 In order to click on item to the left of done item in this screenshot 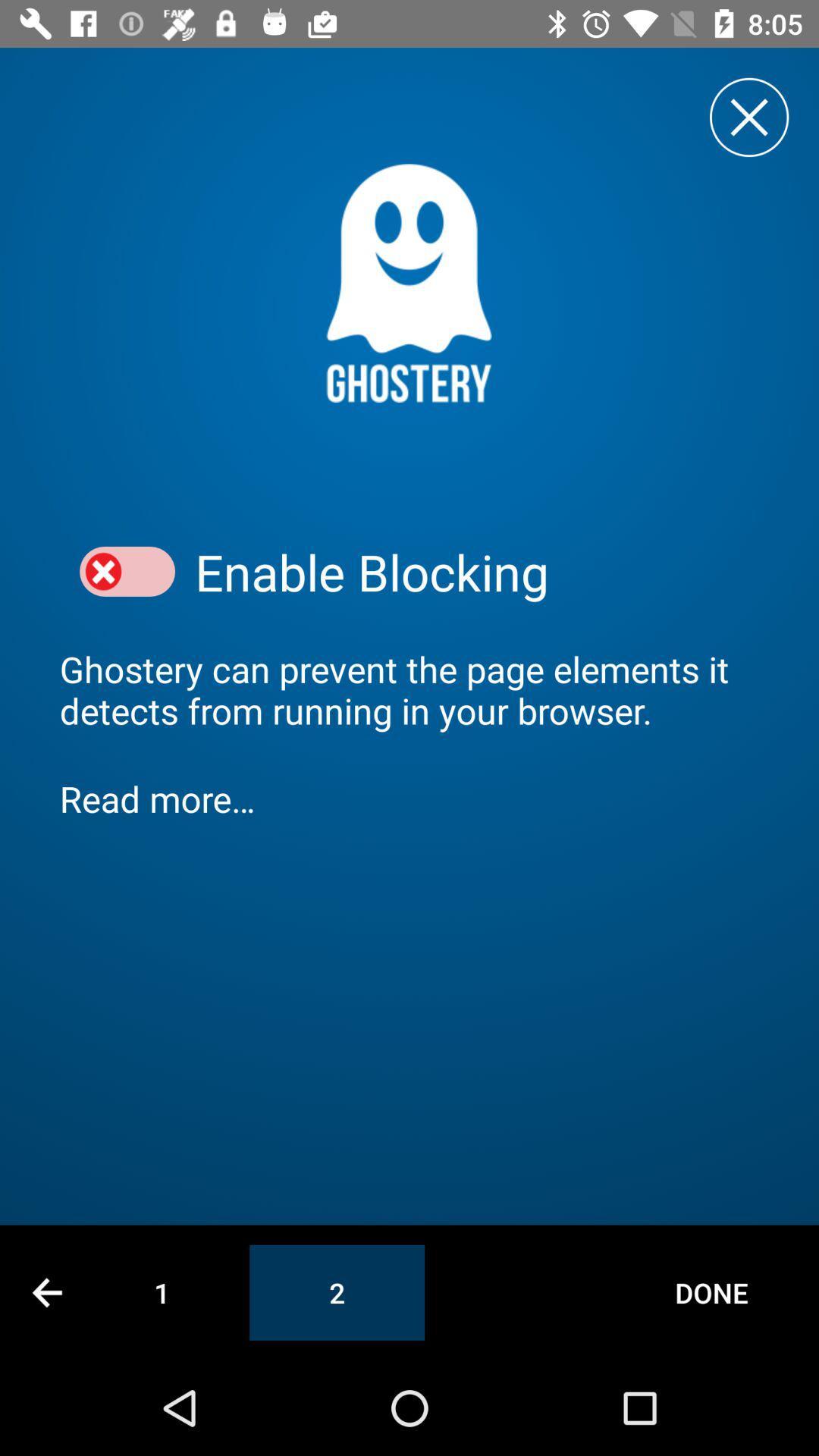, I will do `click(336, 1291)`.